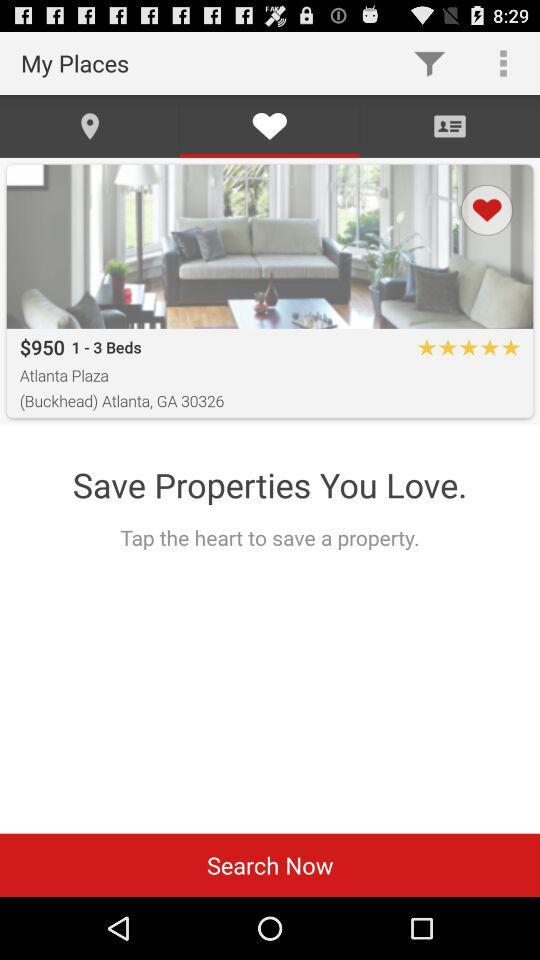  I want to click on search now item, so click(270, 864).